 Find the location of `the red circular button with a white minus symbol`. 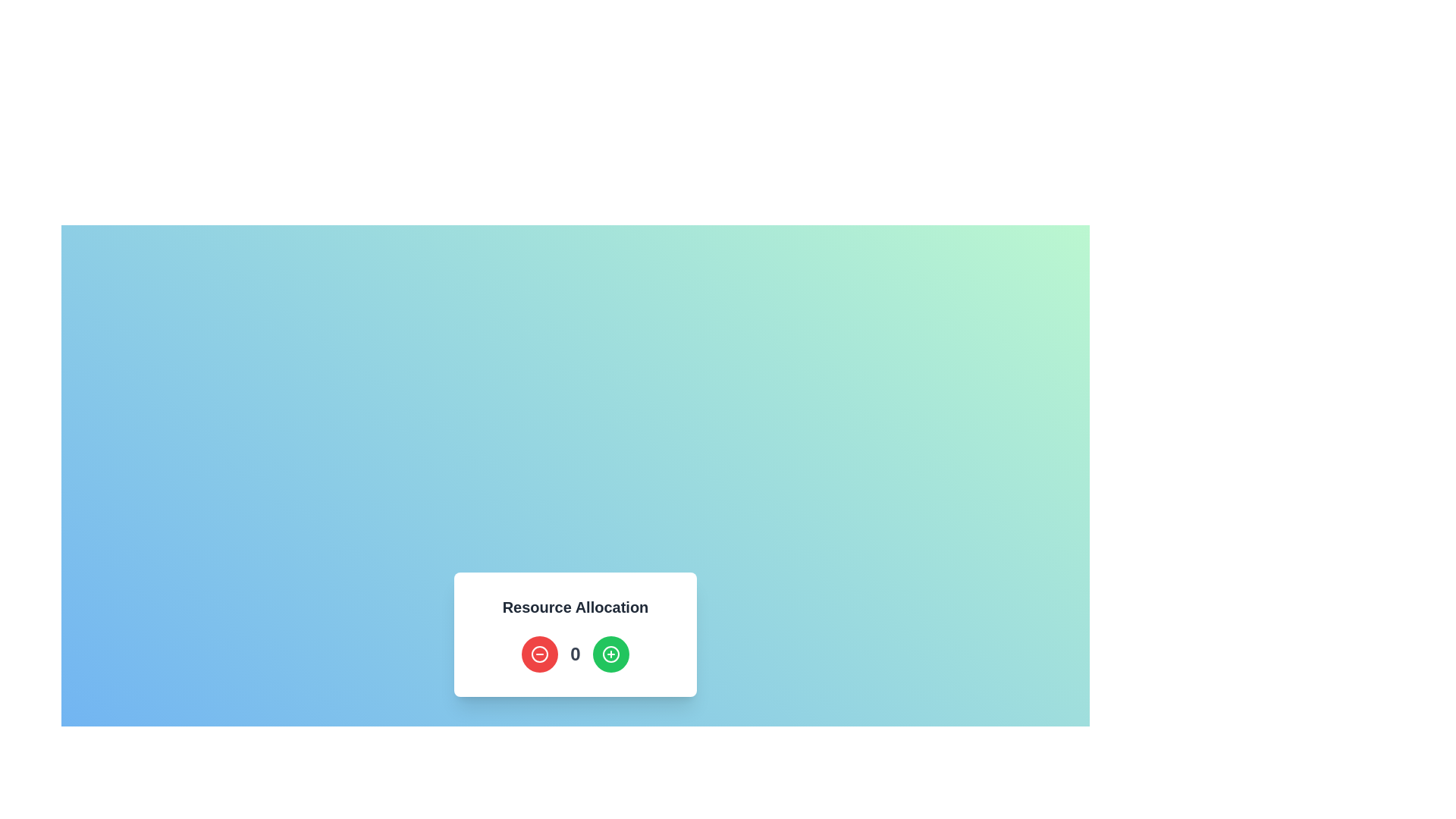

the red circular button with a white minus symbol is located at coordinates (540, 654).